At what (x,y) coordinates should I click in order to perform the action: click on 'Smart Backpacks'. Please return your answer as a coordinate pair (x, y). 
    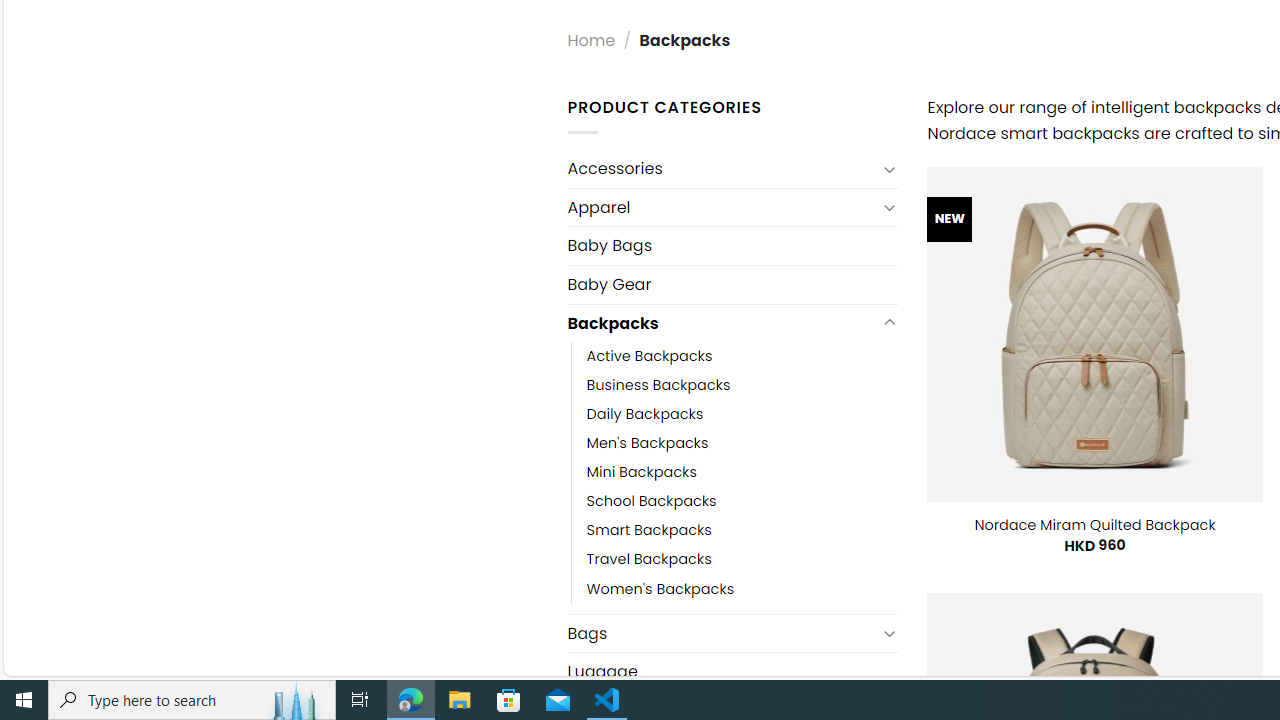
    Looking at the image, I should click on (648, 530).